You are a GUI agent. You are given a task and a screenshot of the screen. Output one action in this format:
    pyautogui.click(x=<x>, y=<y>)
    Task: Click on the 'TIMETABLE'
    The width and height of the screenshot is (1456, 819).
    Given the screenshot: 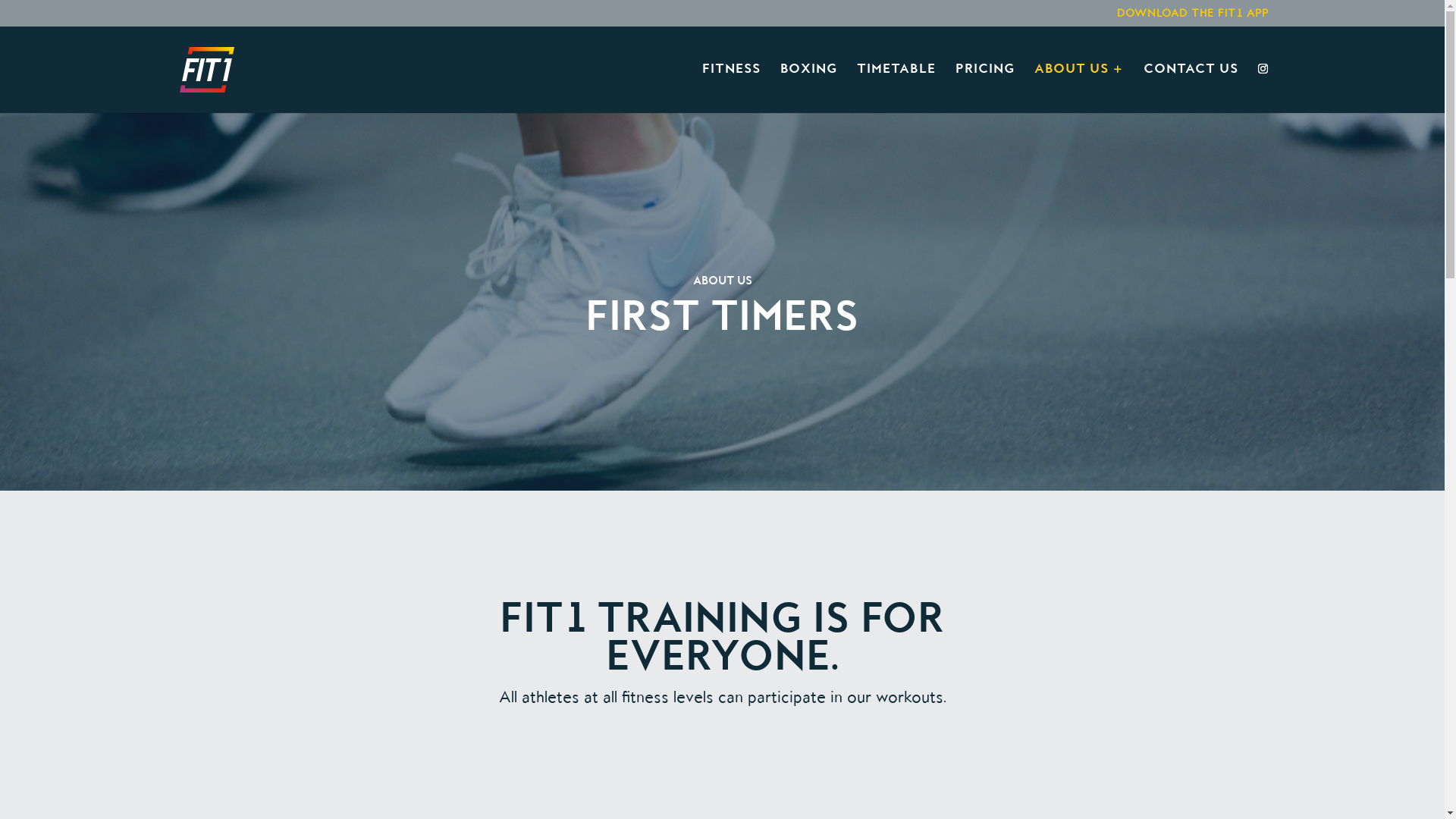 What is the action you would take?
    pyautogui.click(x=896, y=88)
    